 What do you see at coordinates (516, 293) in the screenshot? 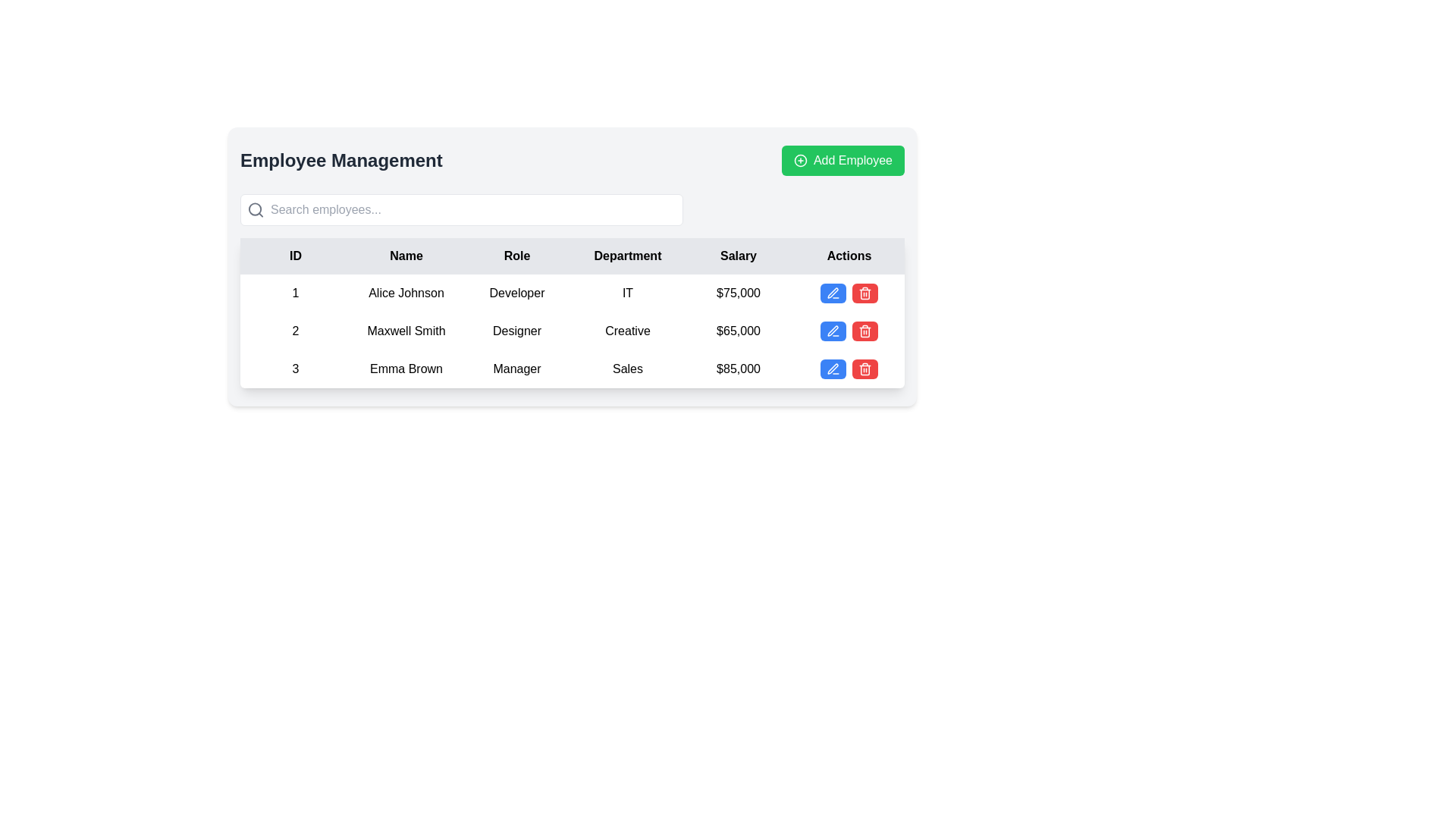
I see `the static text element displaying the professional role 'Developer' in the first row, third column of the employee details grid table` at bounding box center [516, 293].